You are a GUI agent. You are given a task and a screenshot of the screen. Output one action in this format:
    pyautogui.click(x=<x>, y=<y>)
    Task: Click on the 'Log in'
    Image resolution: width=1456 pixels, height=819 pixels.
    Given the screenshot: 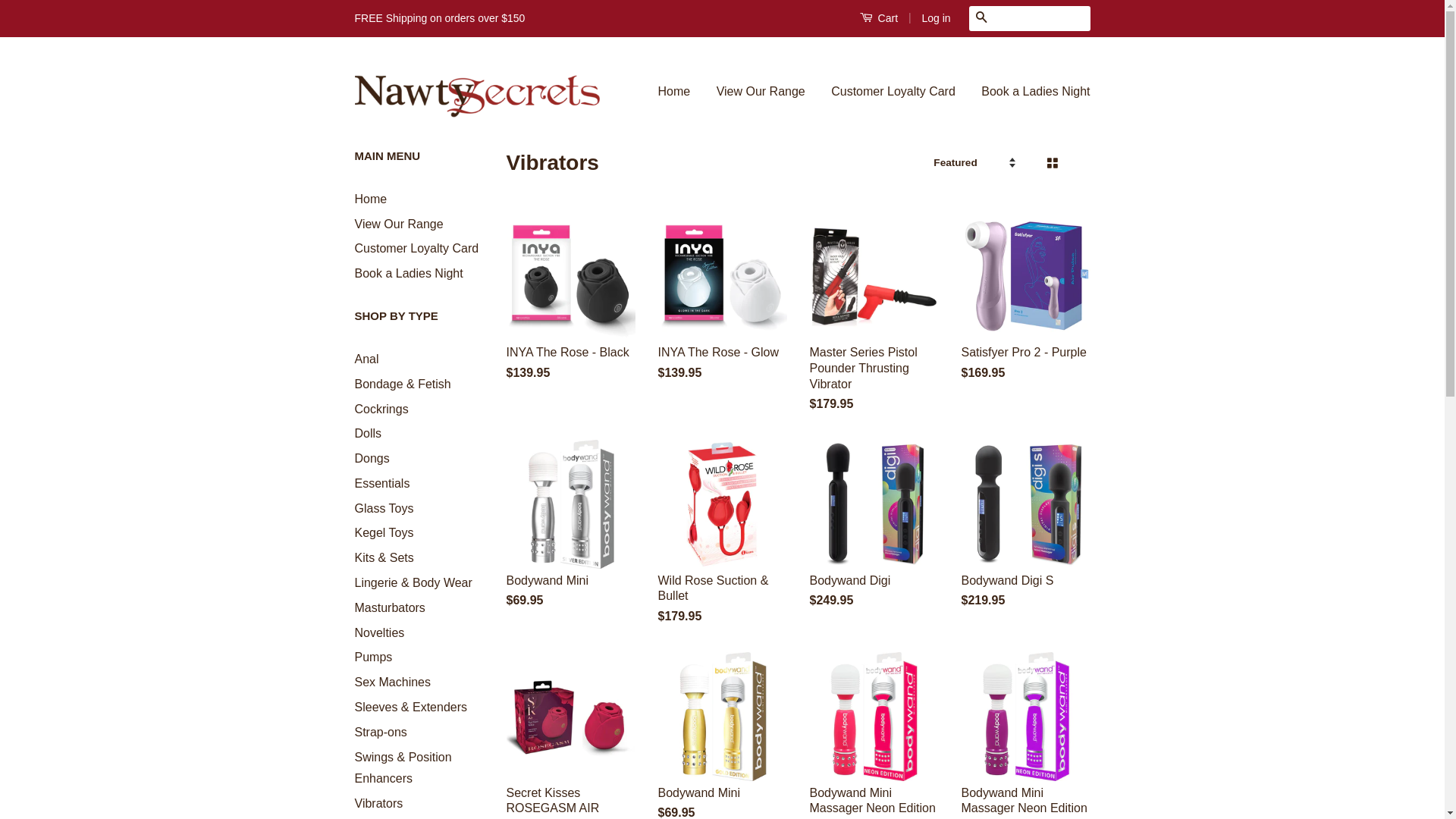 What is the action you would take?
    pyautogui.click(x=934, y=17)
    